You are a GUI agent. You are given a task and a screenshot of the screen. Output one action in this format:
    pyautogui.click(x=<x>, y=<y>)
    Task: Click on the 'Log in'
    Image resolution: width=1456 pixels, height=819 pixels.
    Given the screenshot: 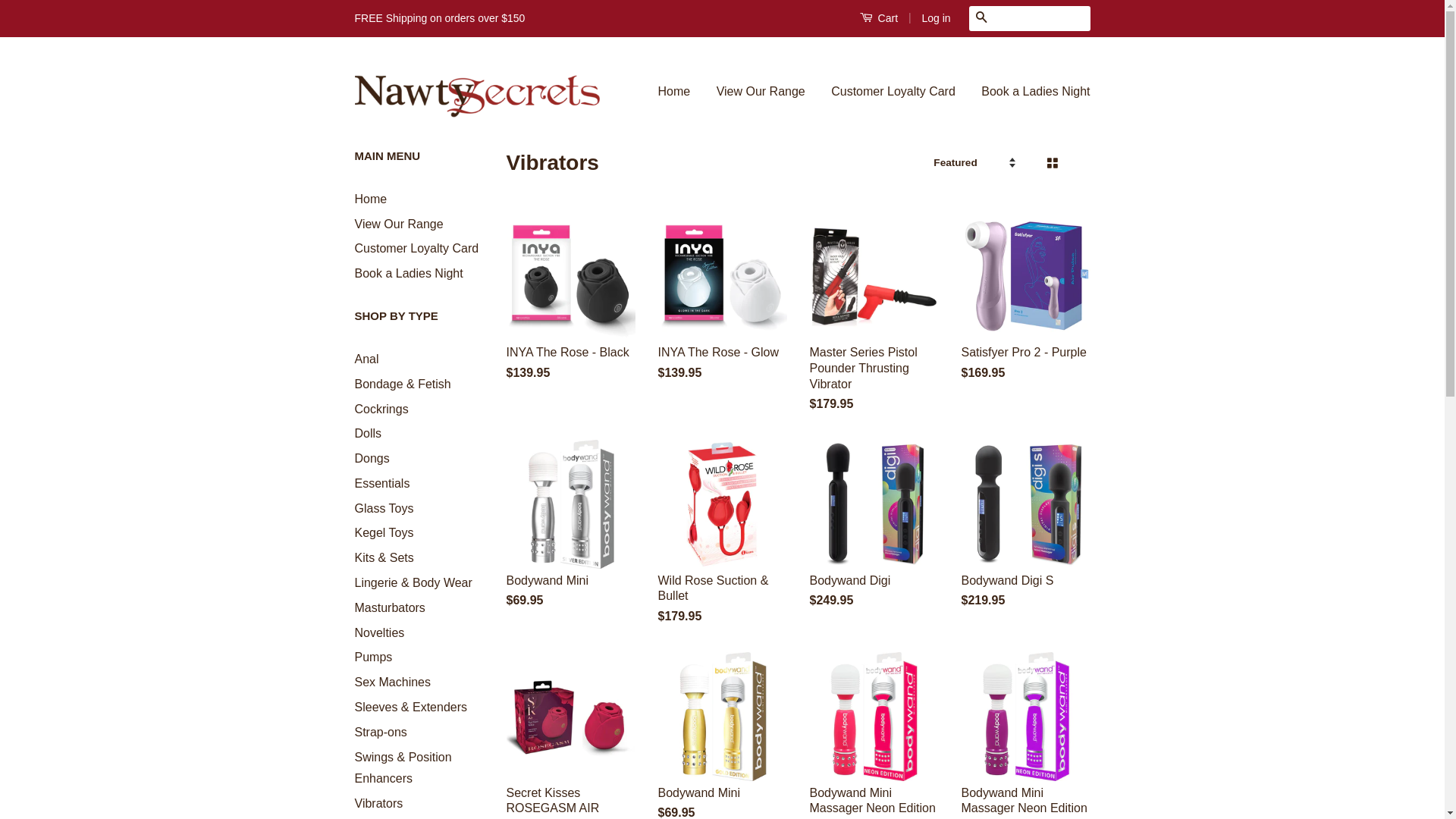 What is the action you would take?
    pyautogui.click(x=934, y=17)
    